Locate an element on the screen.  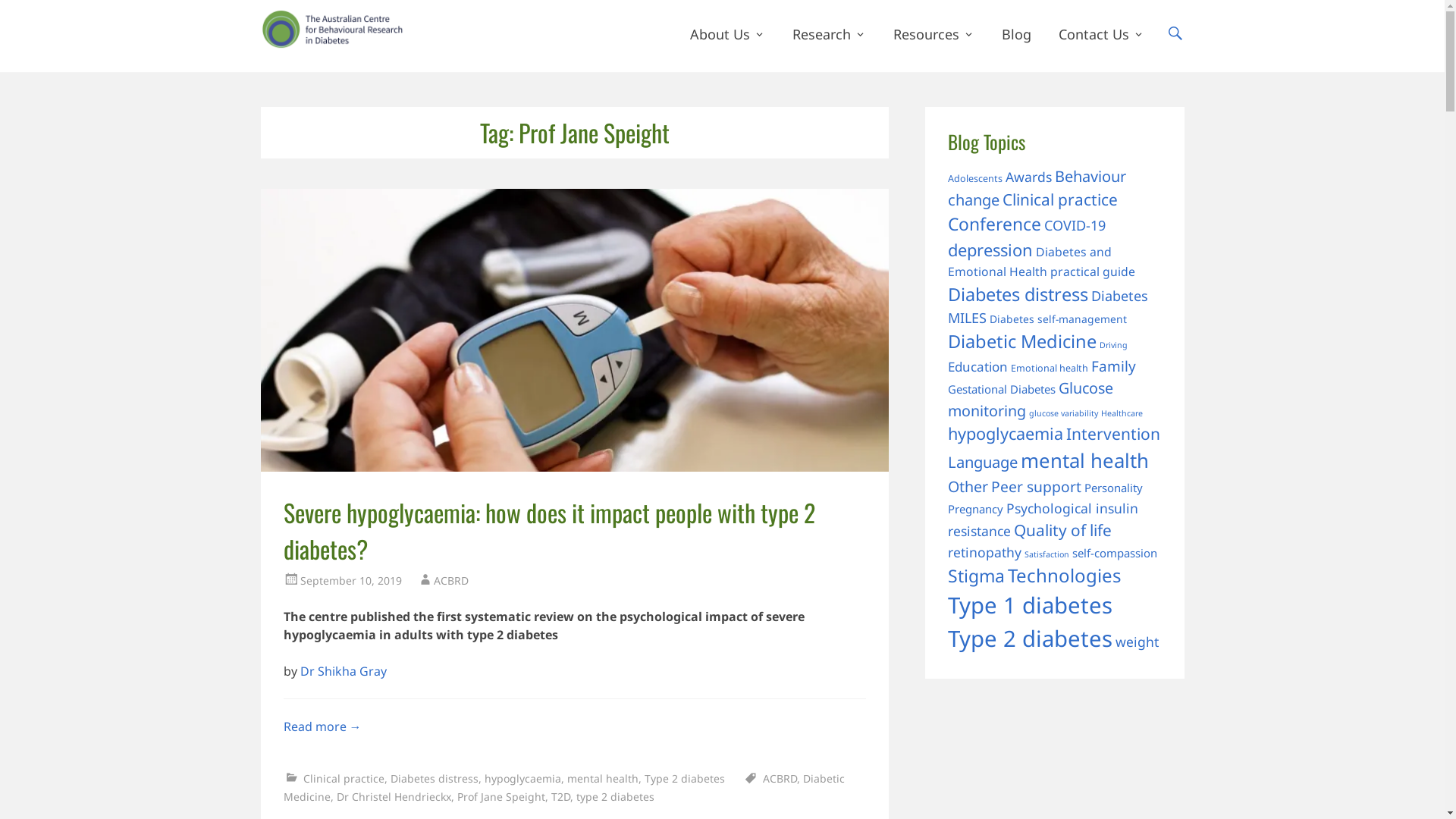
'Prof Jane Speight' is located at coordinates (500, 795).